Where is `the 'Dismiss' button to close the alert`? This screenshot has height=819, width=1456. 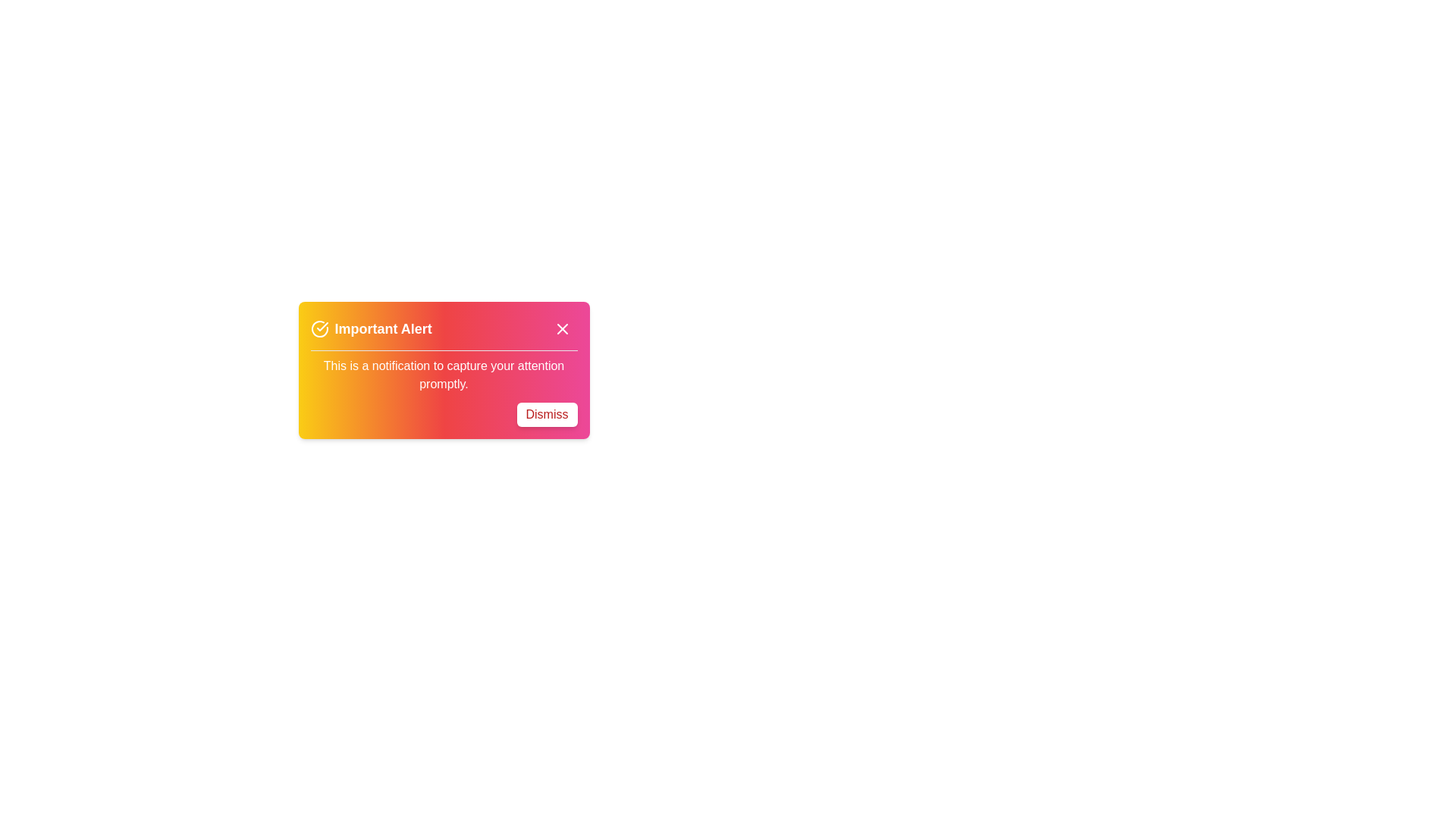
the 'Dismiss' button to close the alert is located at coordinates (546, 415).